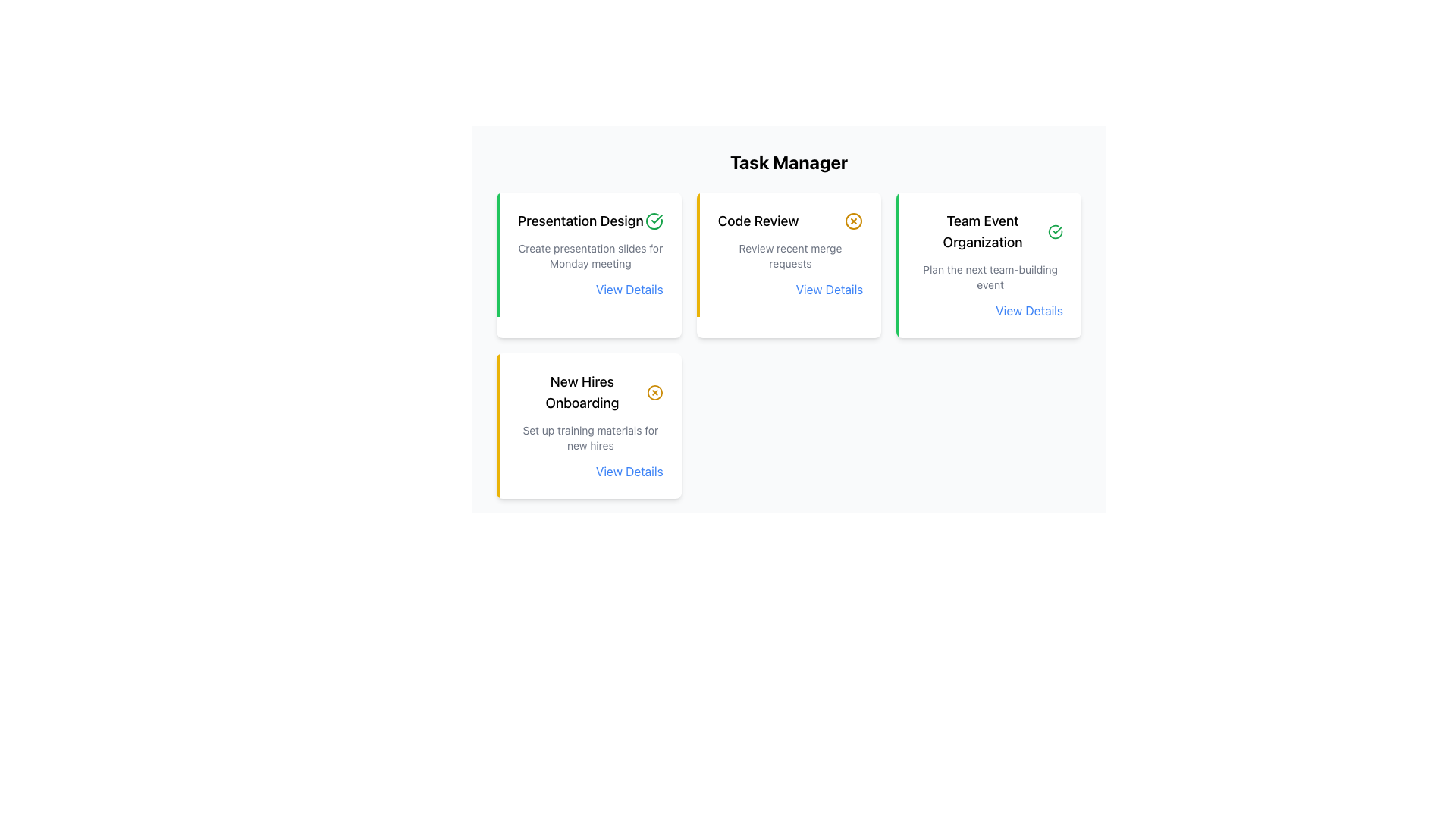 This screenshot has width=1456, height=819. Describe the element at coordinates (589, 256) in the screenshot. I see `non-interactive text label that provides additional descriptive information about the task or item represented by the card titled 'Presentation Design', located directly below the header text in the card` at that location.